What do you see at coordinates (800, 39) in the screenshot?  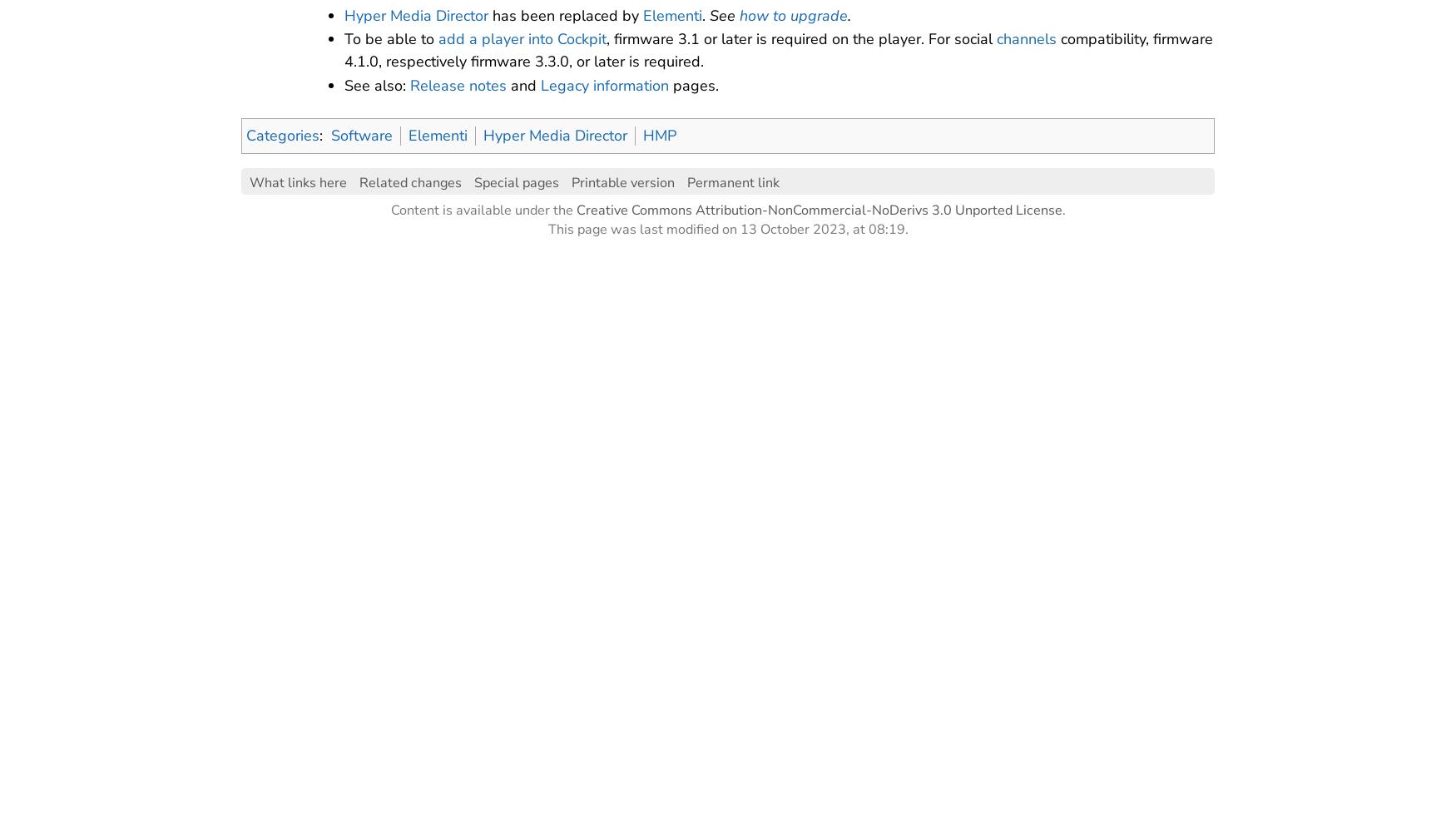 I see `', firmware 3.1 or later is required on the player. For social'` at bounding box center [800, 39].